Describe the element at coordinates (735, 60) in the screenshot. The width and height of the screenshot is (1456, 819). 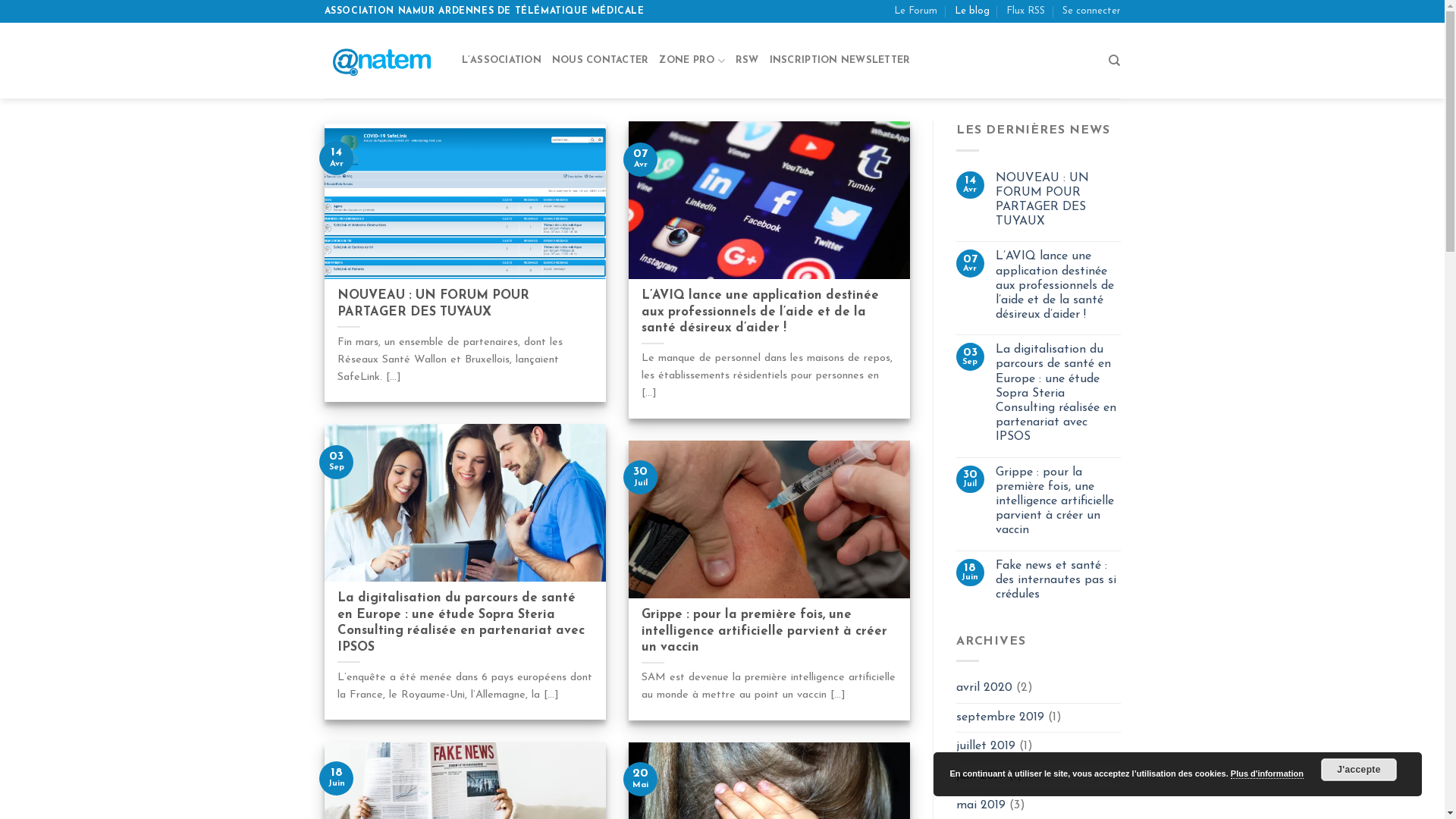
I see `'RSW'` at that location.